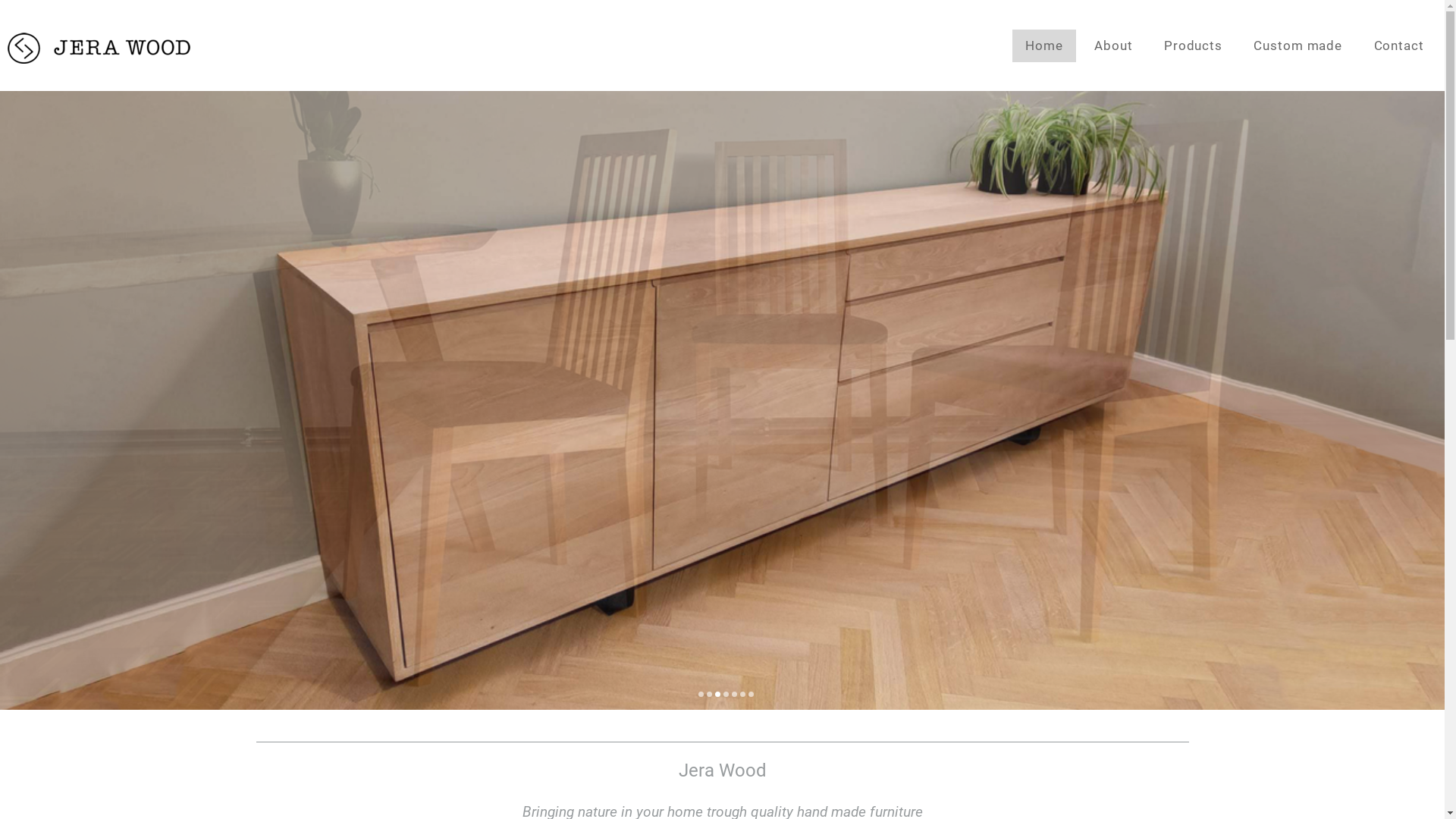  What do you see at coordinates (700, 695) in the screenshot?
I see `'1'` at bounding box center [700, 695].